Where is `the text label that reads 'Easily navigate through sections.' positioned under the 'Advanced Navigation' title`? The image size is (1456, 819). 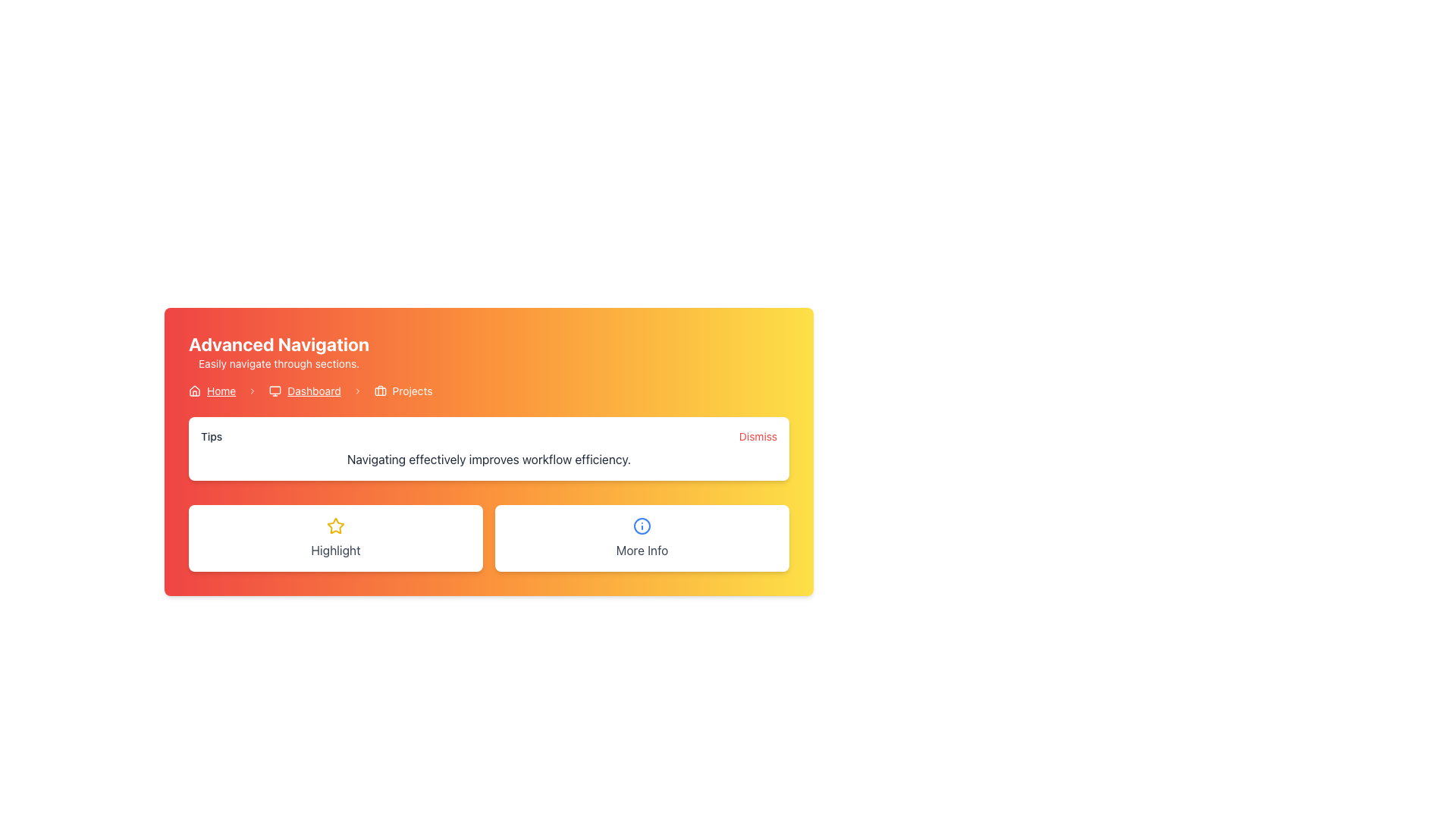
the text label that reads 'Easily navigate through sections.' positioned under the 'Advanced Navigation' title is located at coordinates (279, 363).